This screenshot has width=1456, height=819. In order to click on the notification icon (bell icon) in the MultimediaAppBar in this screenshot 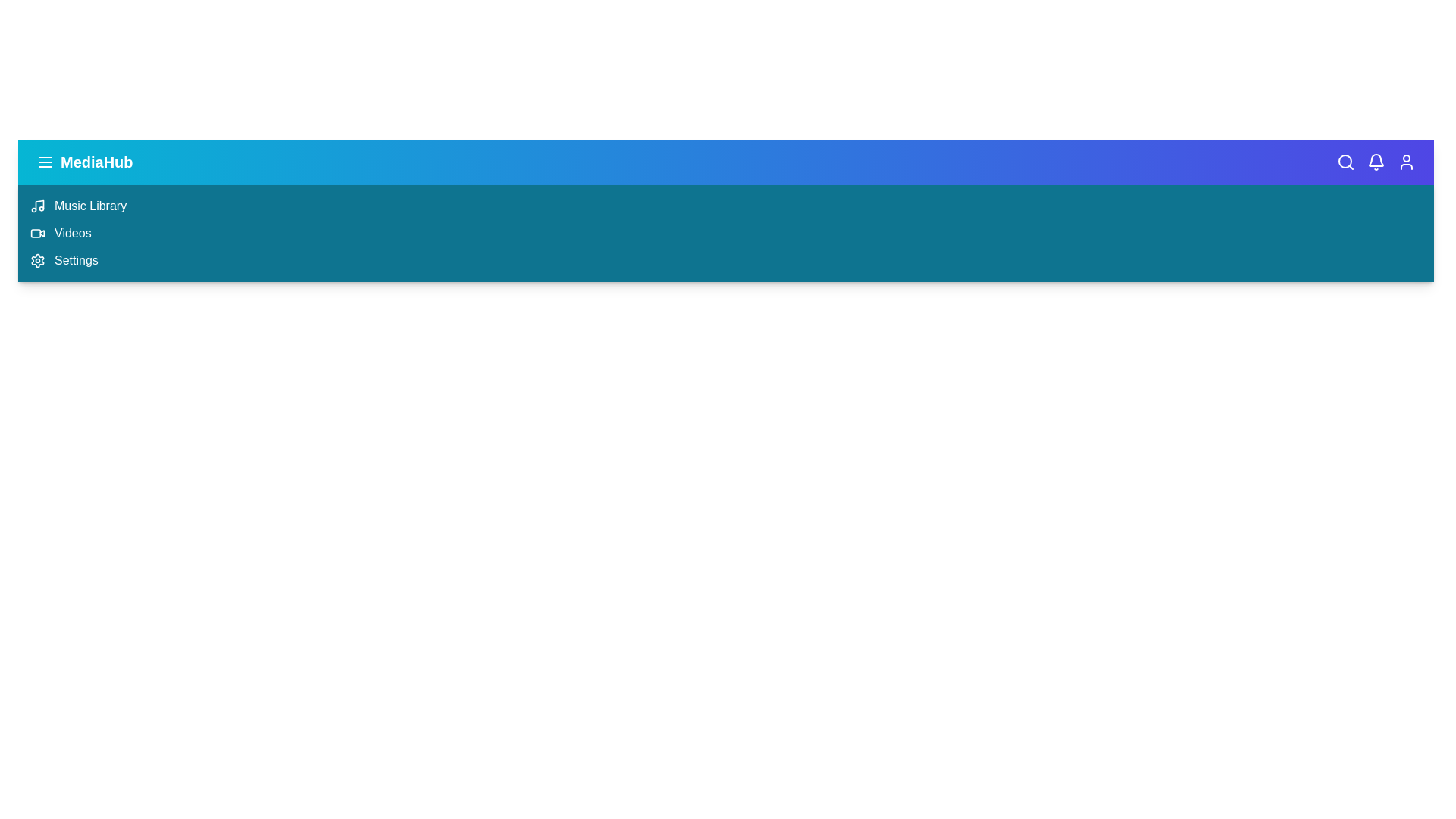, I will do `click(1376, 162)`.